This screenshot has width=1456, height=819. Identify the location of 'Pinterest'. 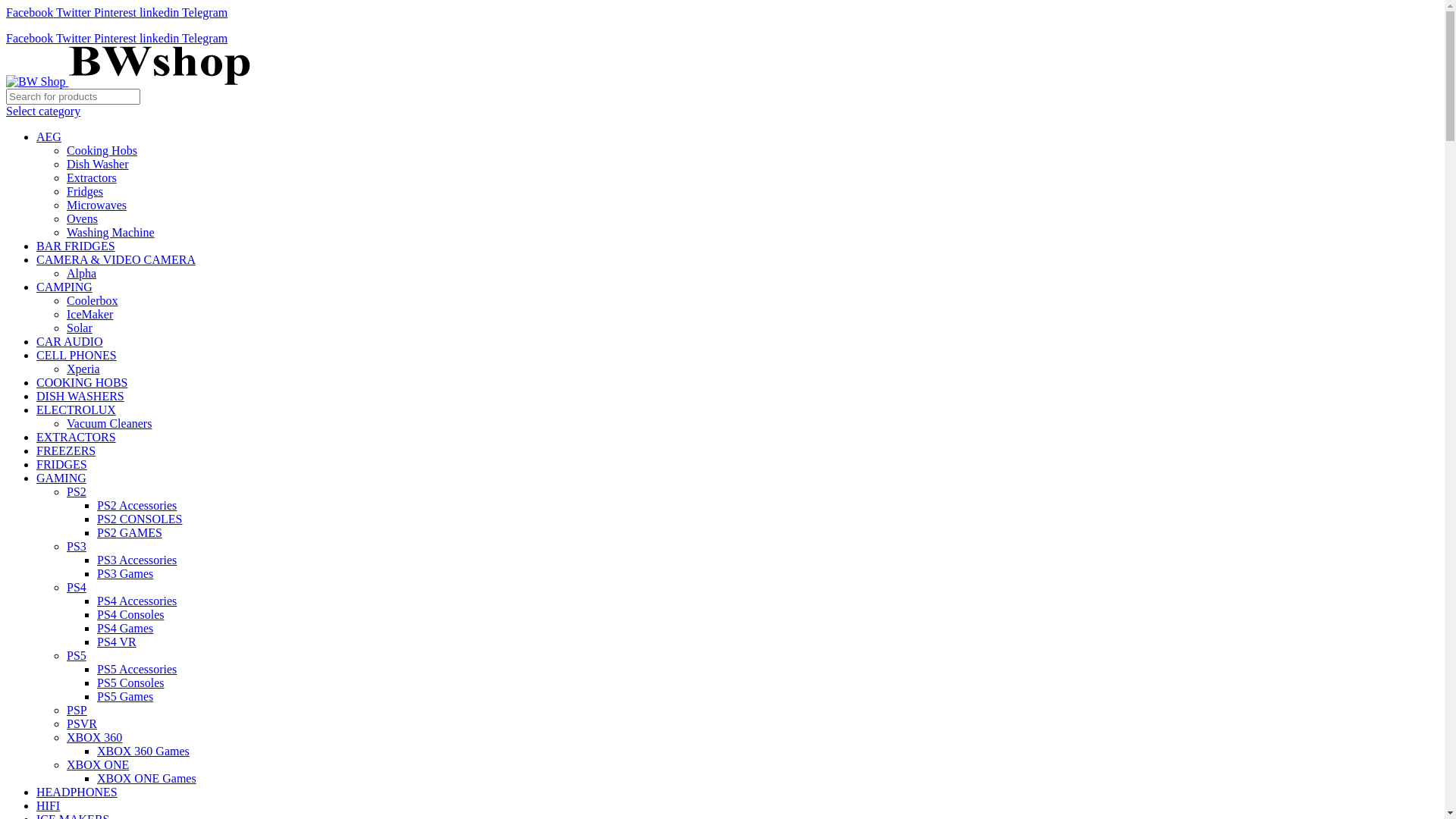
(115, 37).